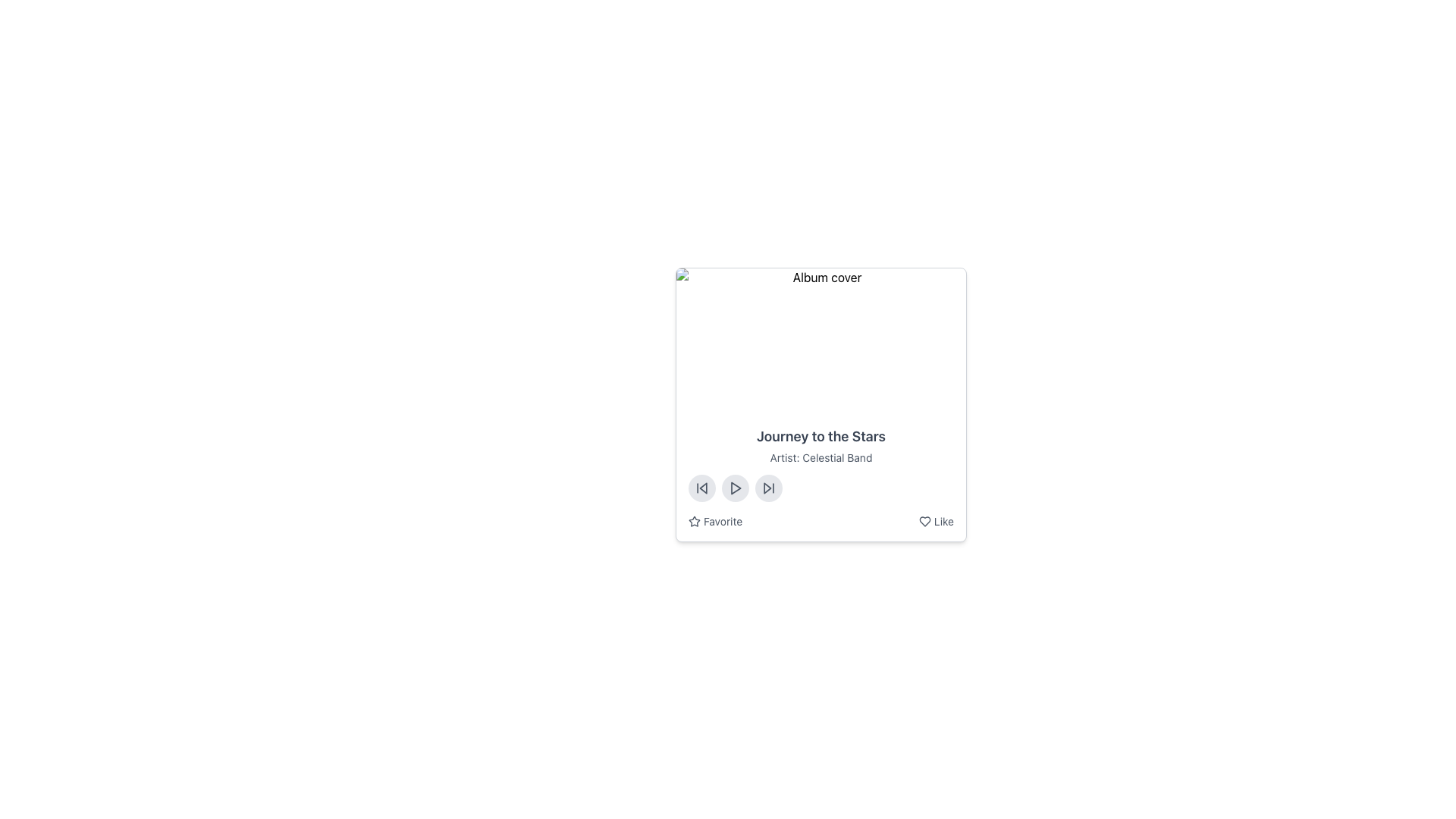  What do you see at coordinates (735, 488) in the screenshot?
I see `the triangular play icon located within a circular button at the bottom of the music track detail card` at bounding box center [735, 488].